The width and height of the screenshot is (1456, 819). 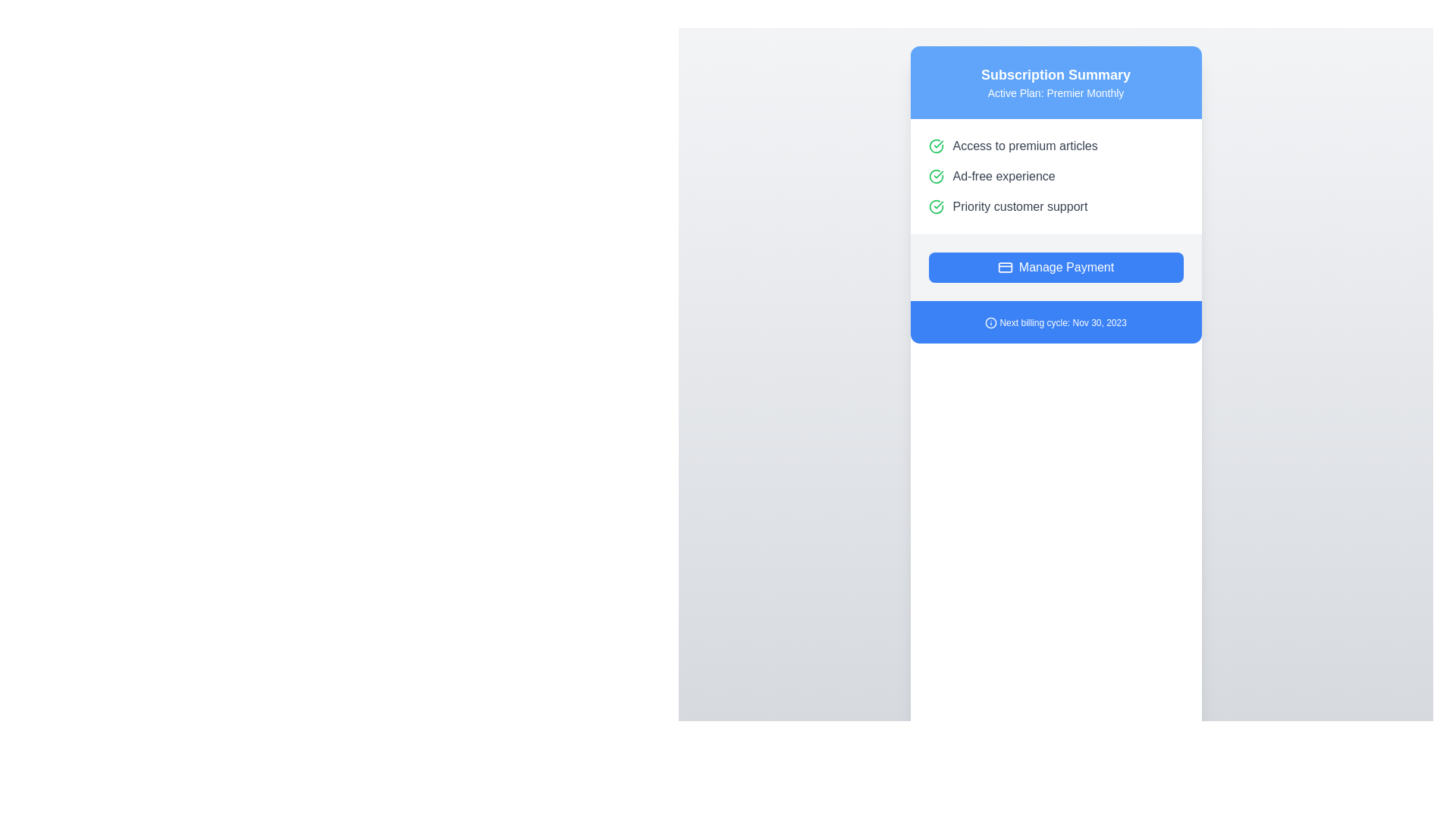 I want to click on informational text from the blue rectangular panel displaying 'Next billing cycle: Nov 30, 2023', located beneath the 'Manage Payment' button in the 'Subscription Summary' card, so click(x=1055, y=321).